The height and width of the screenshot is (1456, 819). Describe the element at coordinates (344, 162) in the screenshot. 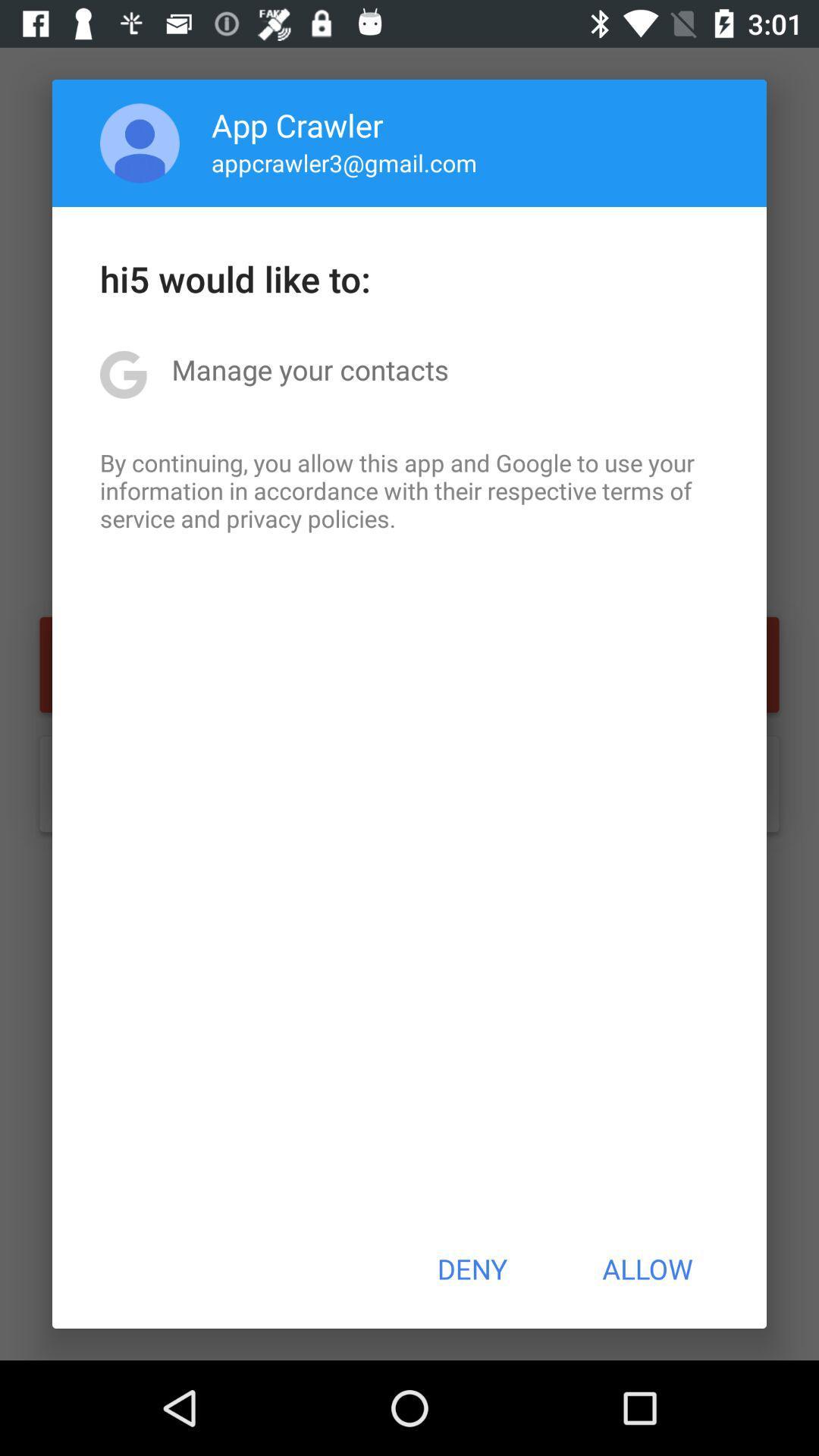

I see `appcrawler3@gmail.com icon` at that location.